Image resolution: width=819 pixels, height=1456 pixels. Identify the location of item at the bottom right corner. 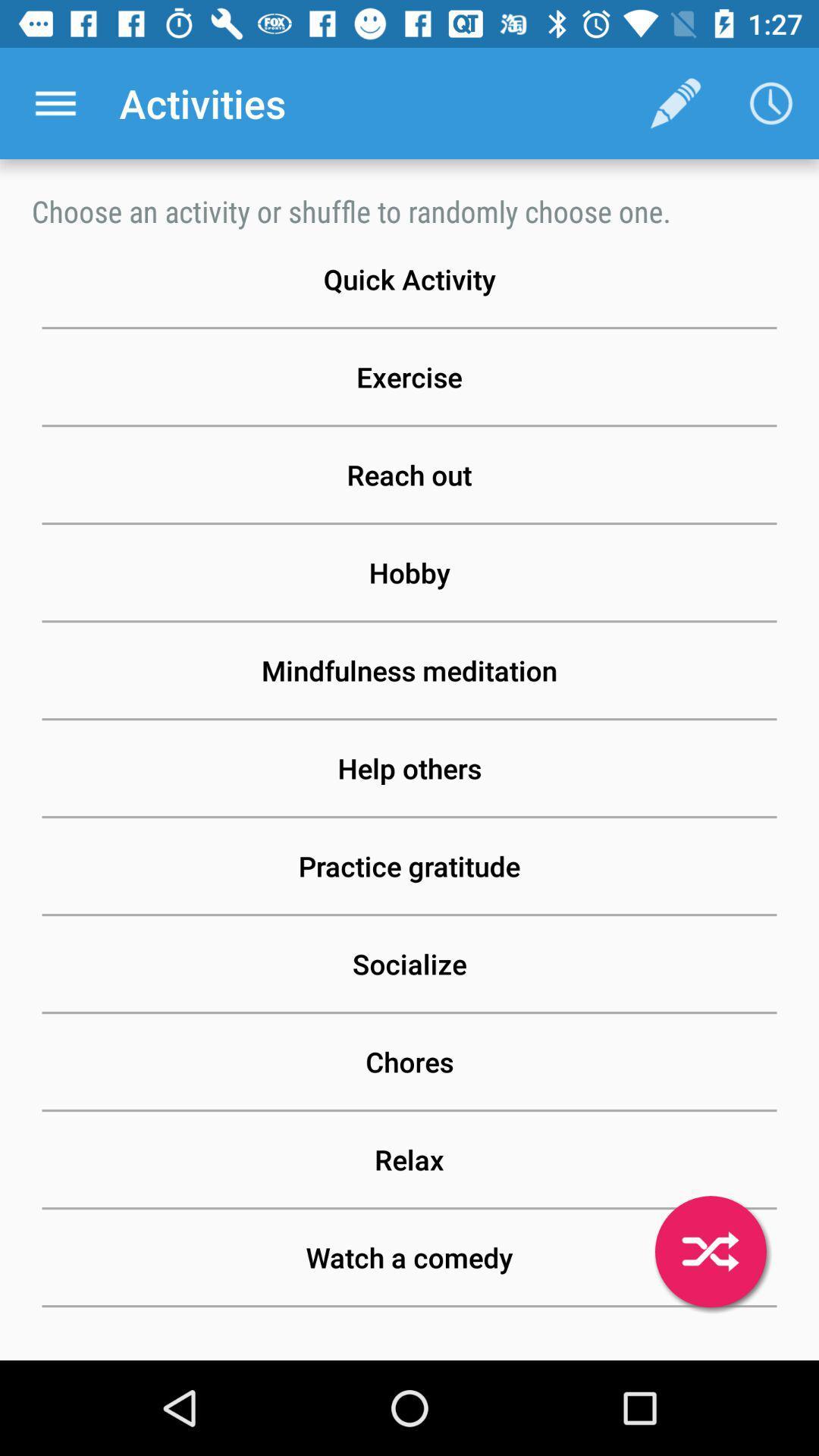
(711, 1251).